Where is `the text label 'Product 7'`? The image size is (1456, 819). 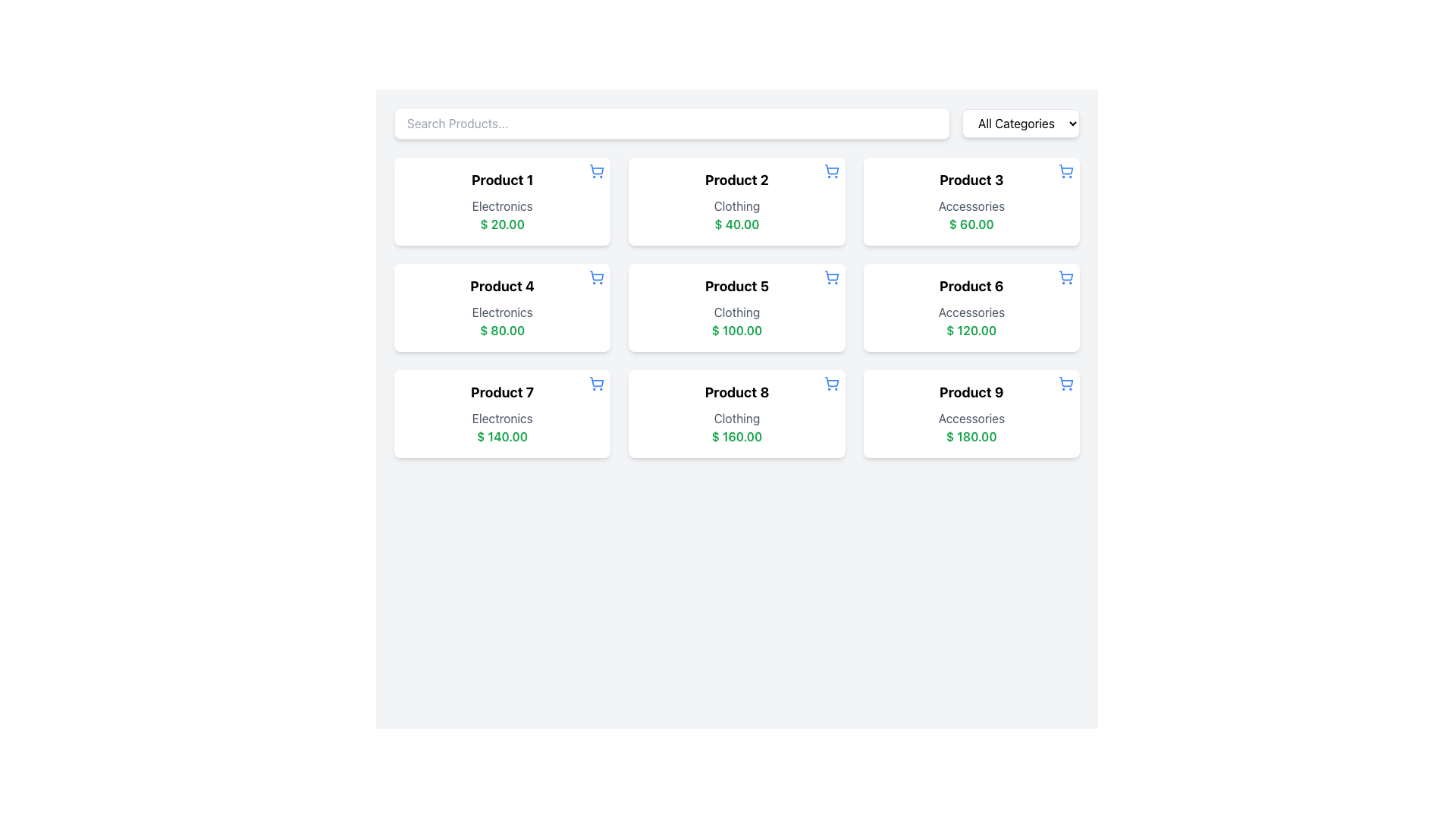
the text label 'Product 7' is located at coordinates (502, 391).